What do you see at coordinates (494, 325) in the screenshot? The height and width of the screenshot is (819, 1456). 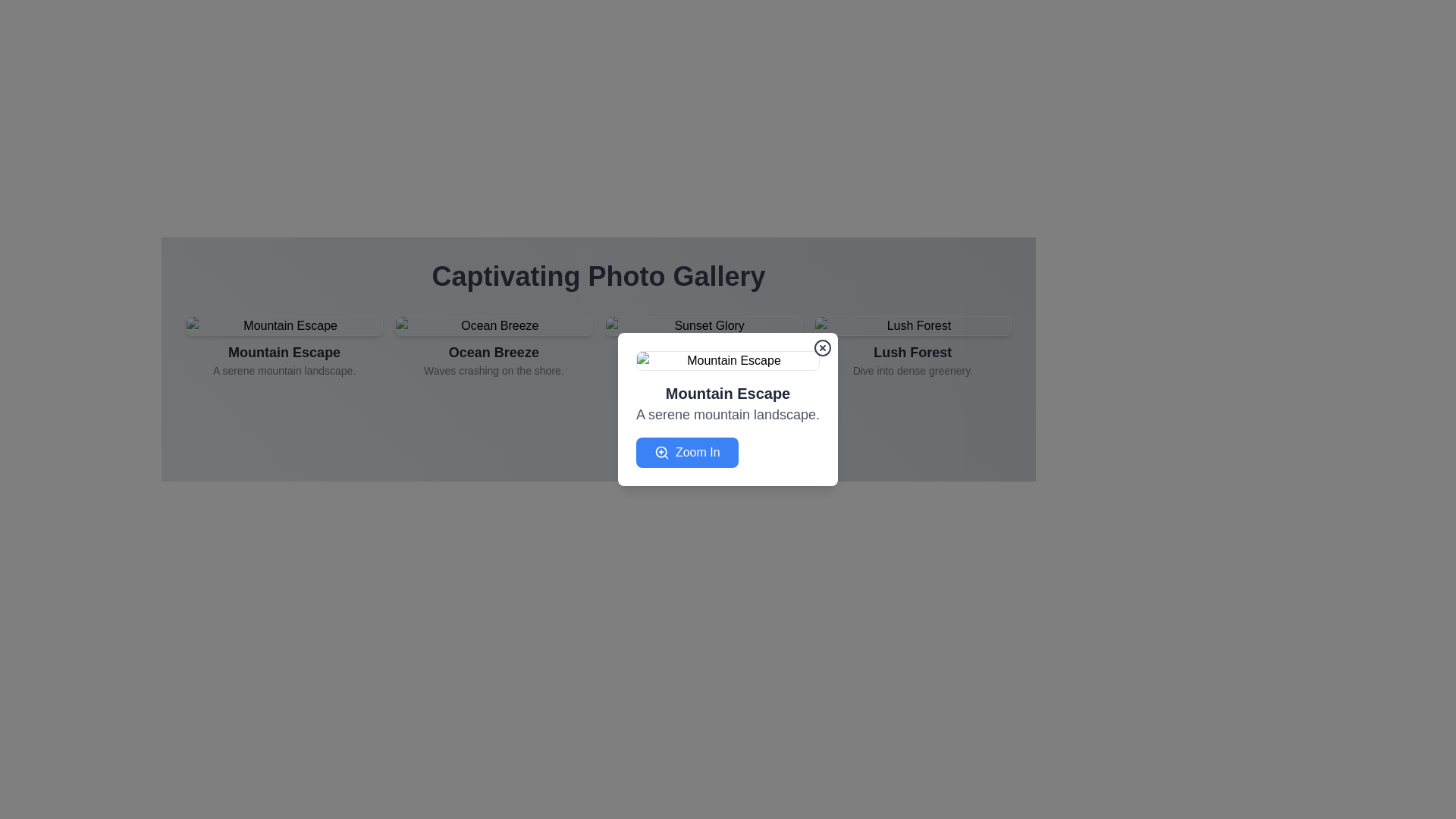 I see `the 'Ocean Breeze' image placeholder which is a rectangular icon with a soft turquoise color and rounded border, located in the center layer of a horizontal gallery as the second entry from the left` at bounding box center [494, 325].